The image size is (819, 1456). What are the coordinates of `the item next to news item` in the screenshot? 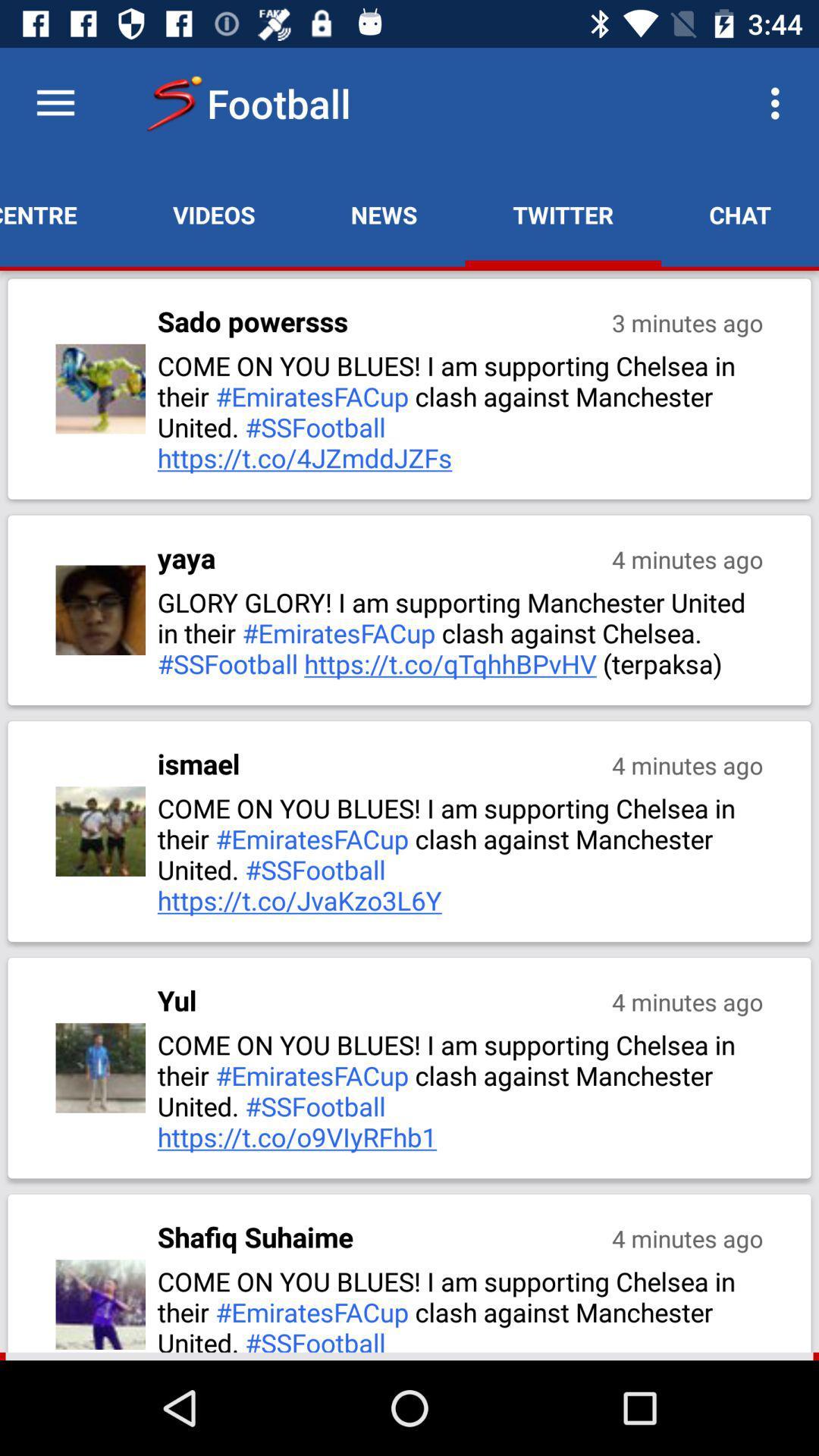 It's located at (563, 214).